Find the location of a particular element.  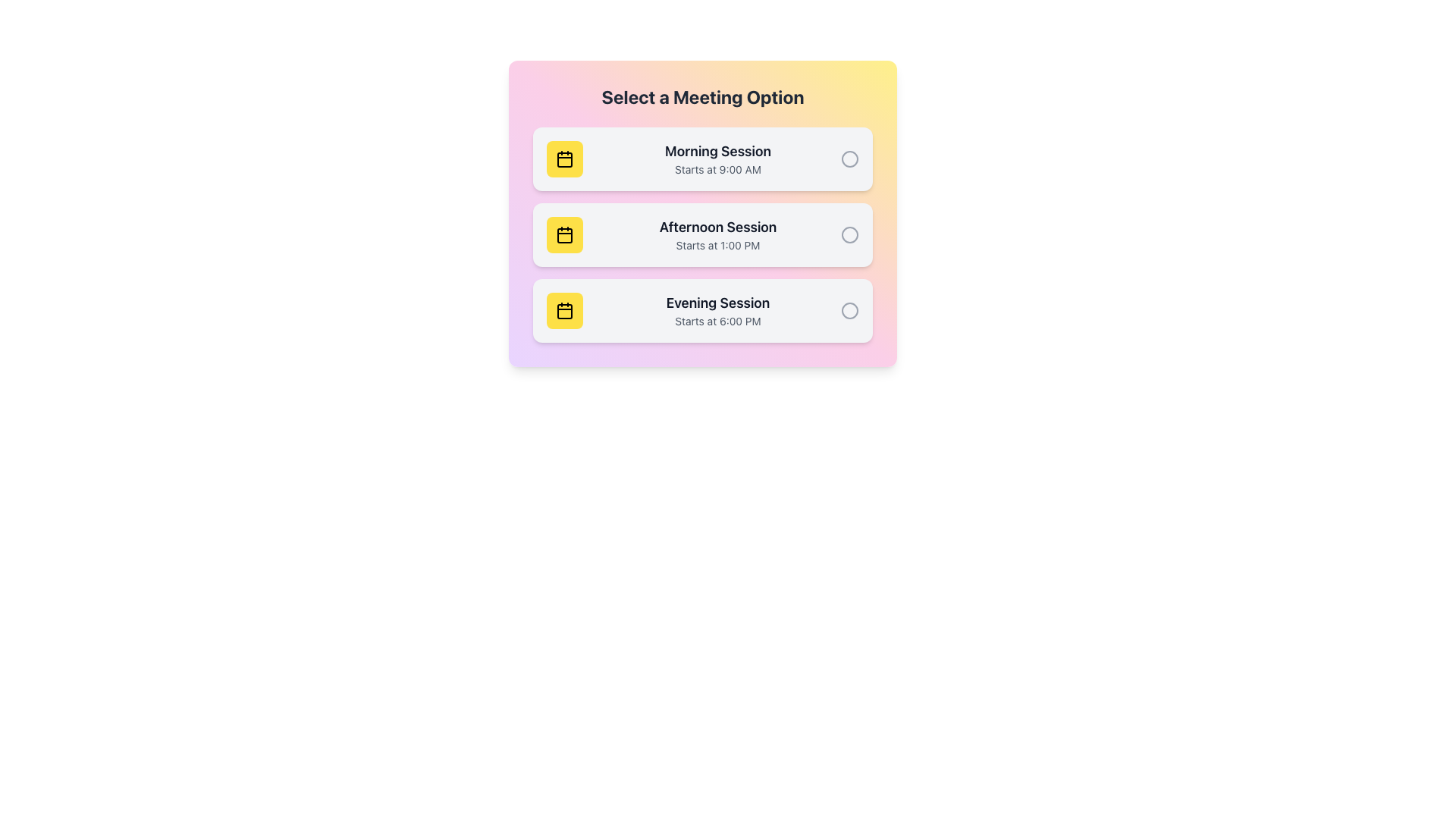

the selection indicator icon associated with the 'Evening Session Starts at 6:00 PM' is located at coordinates (850, 309).